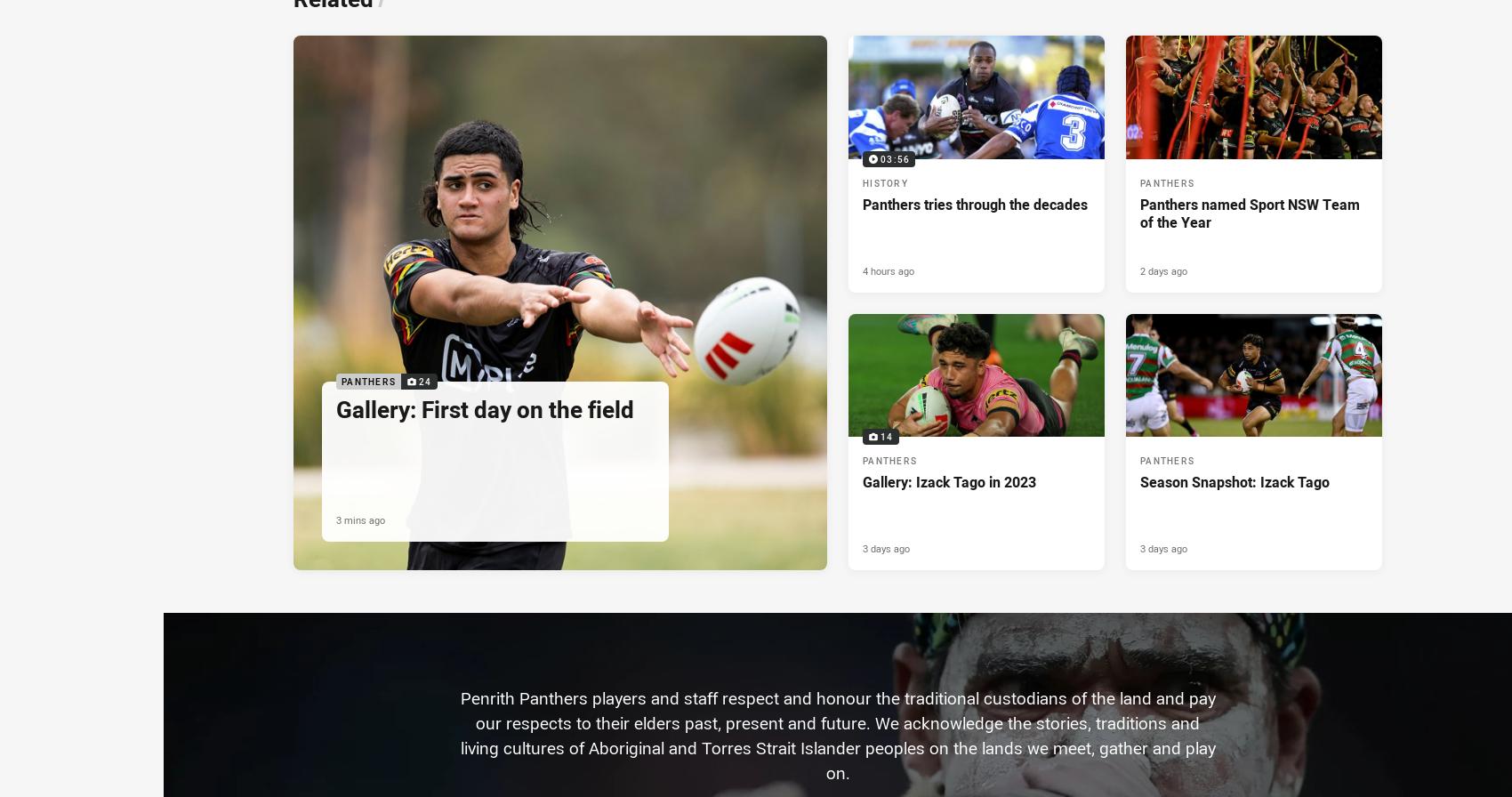 The width and height of the screenshot is (1512, 797). What do you see at coordinates (884, 182) in the screenshot?
I see `'History'` at bounding box center [884, 182].